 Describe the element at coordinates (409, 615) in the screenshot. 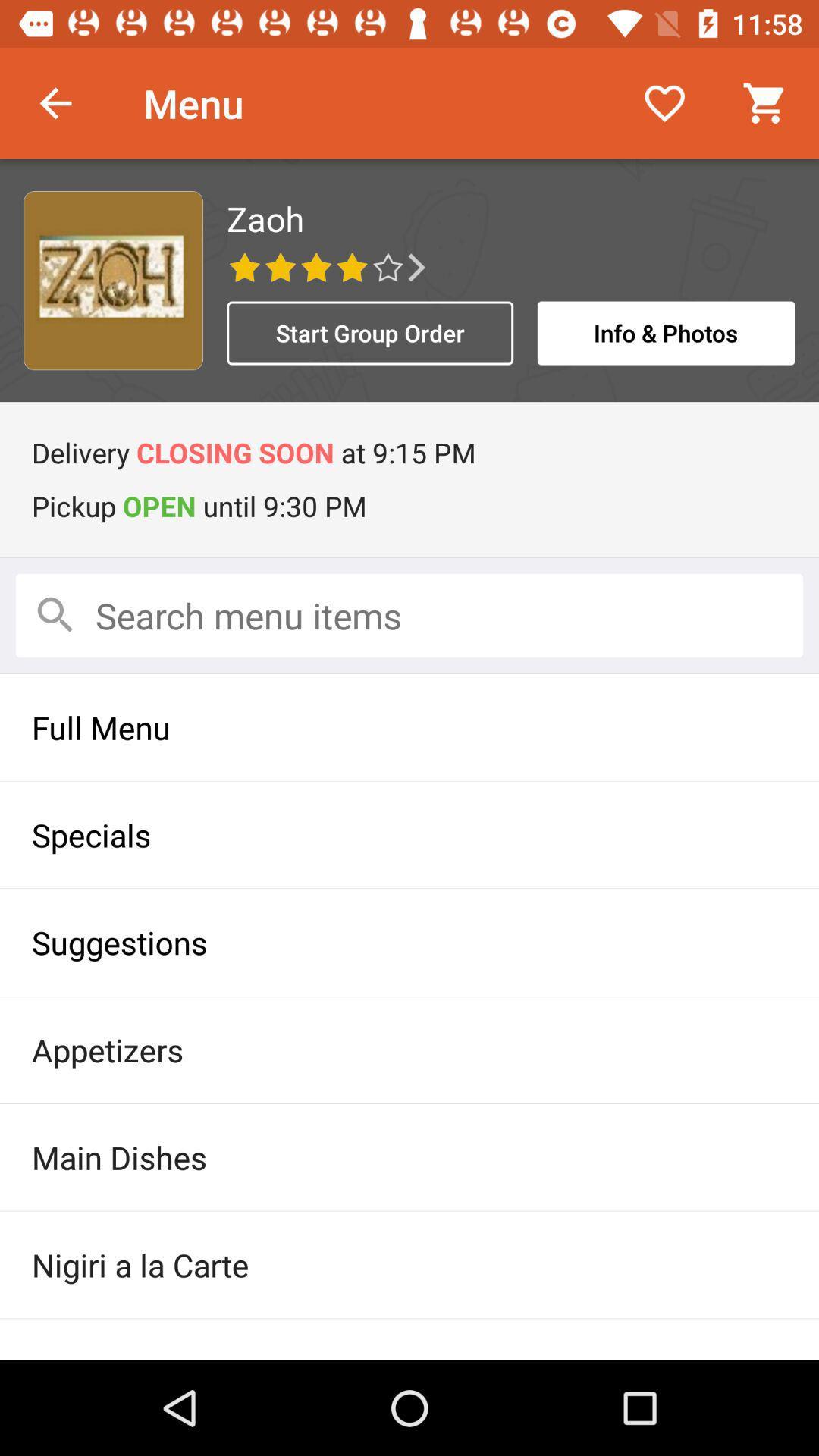

I see `search items` at that location.